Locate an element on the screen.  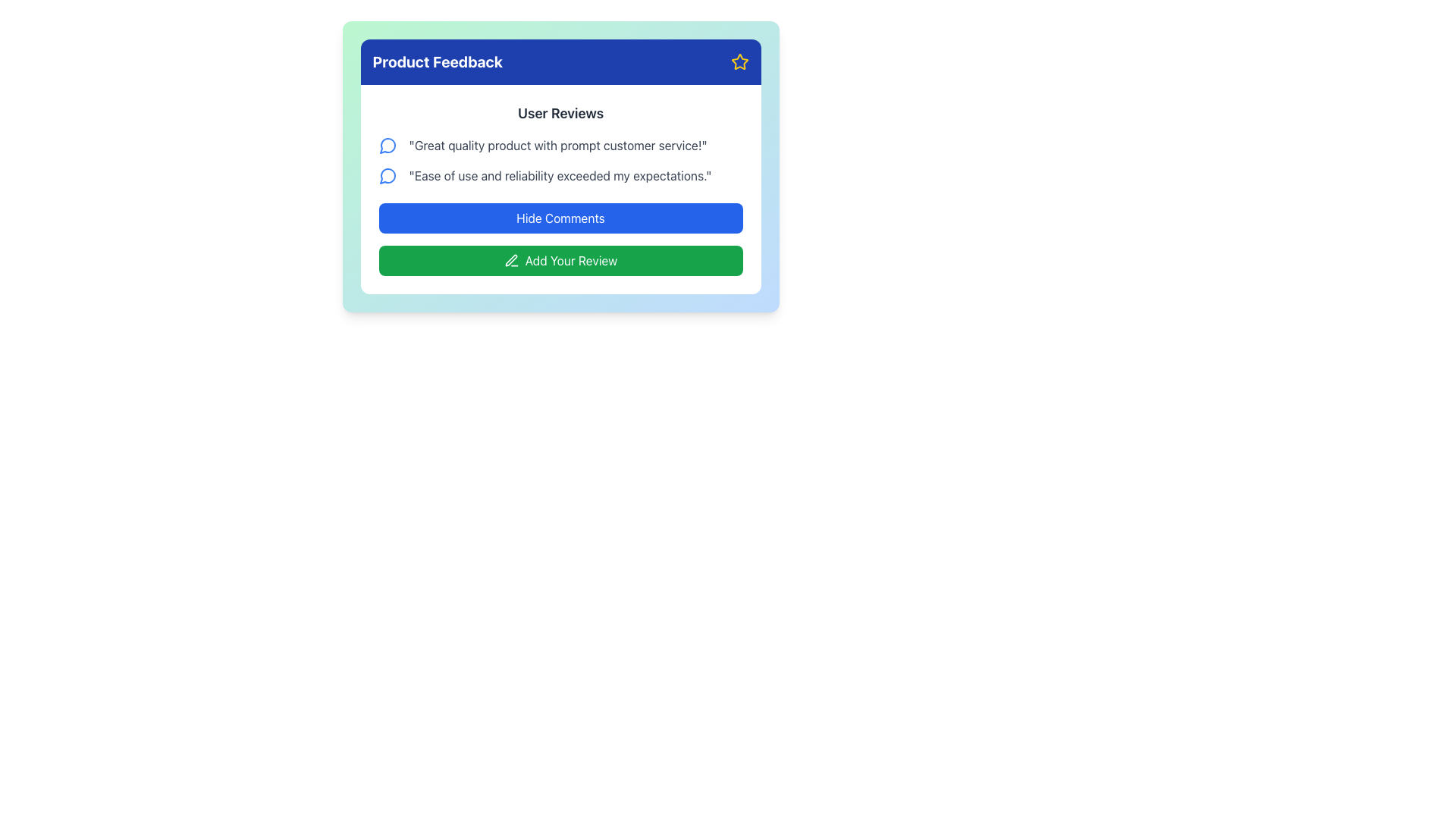
SVG comment icon located to the left of the user review text 'Ease of use and reliability exceeded my expectations.' is located at coordinates (387, 175).